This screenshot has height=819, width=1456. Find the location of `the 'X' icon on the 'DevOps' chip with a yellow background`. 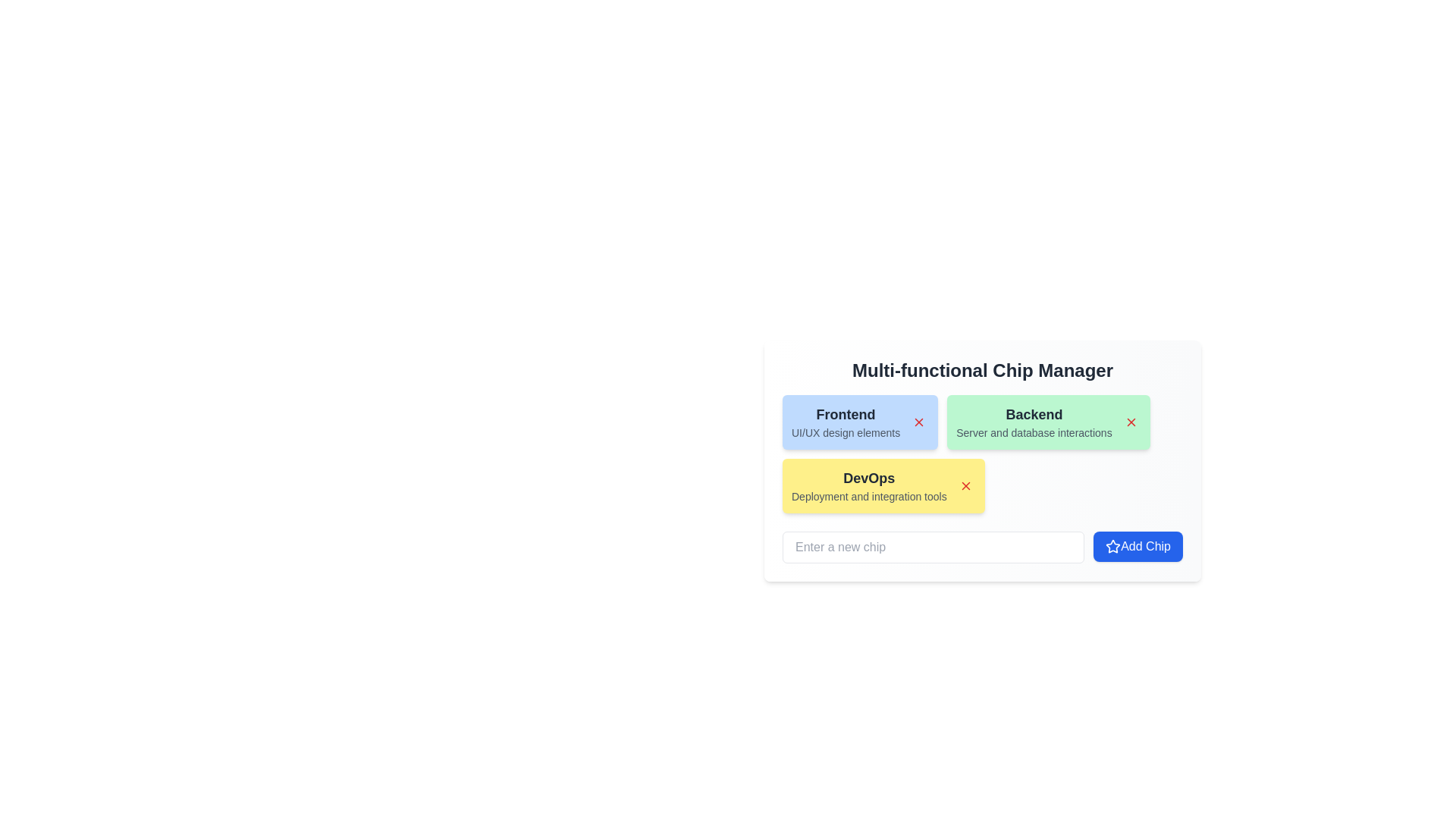

the 'X' icon on the 'DevOps' chip with a yellow background is located at coordinates (983, 460).